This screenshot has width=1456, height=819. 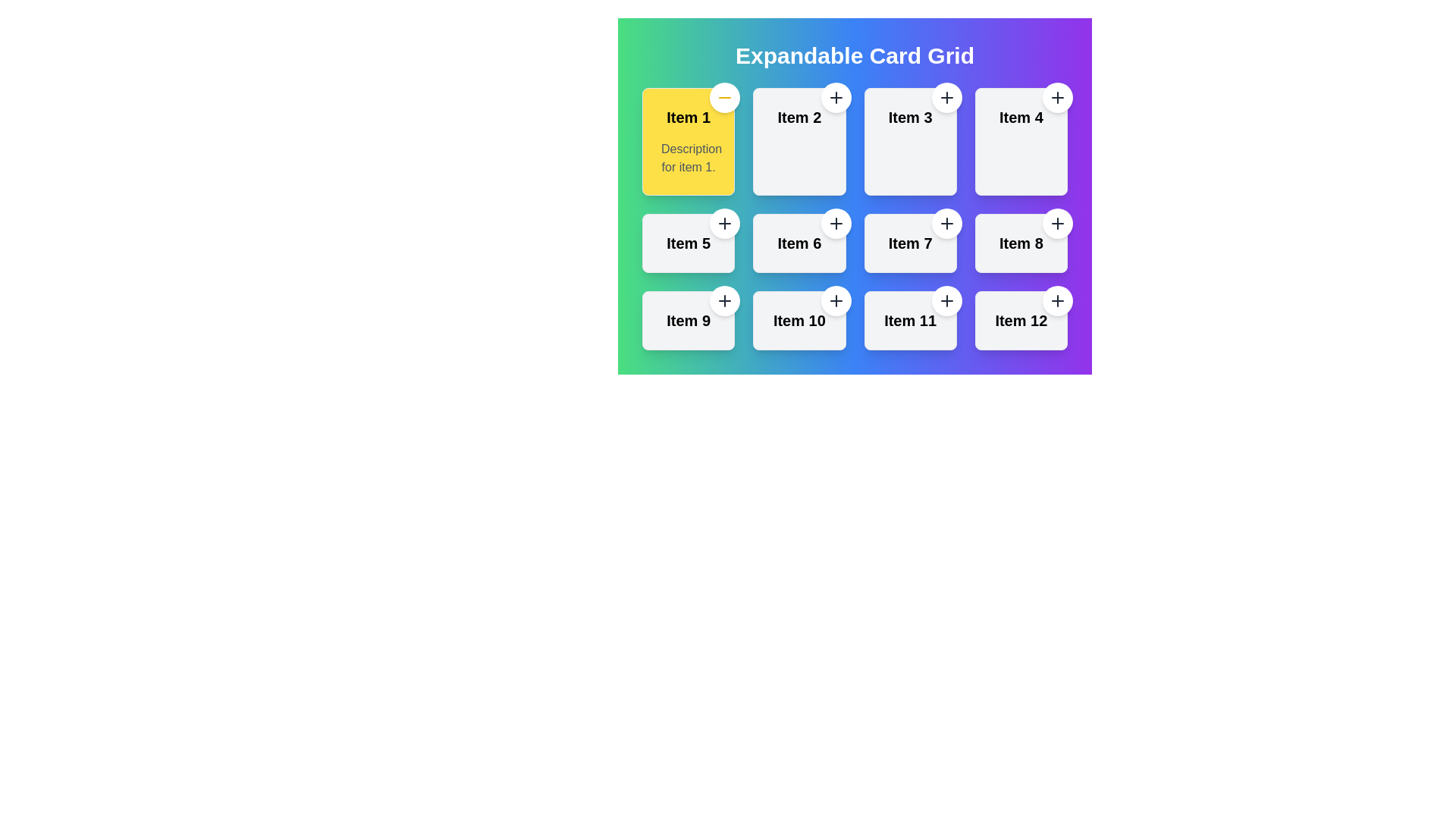 I want to click on label 'Item 6' on the card with a light gray background and a plus button in the top-right corner, so click(x=799, y=242).